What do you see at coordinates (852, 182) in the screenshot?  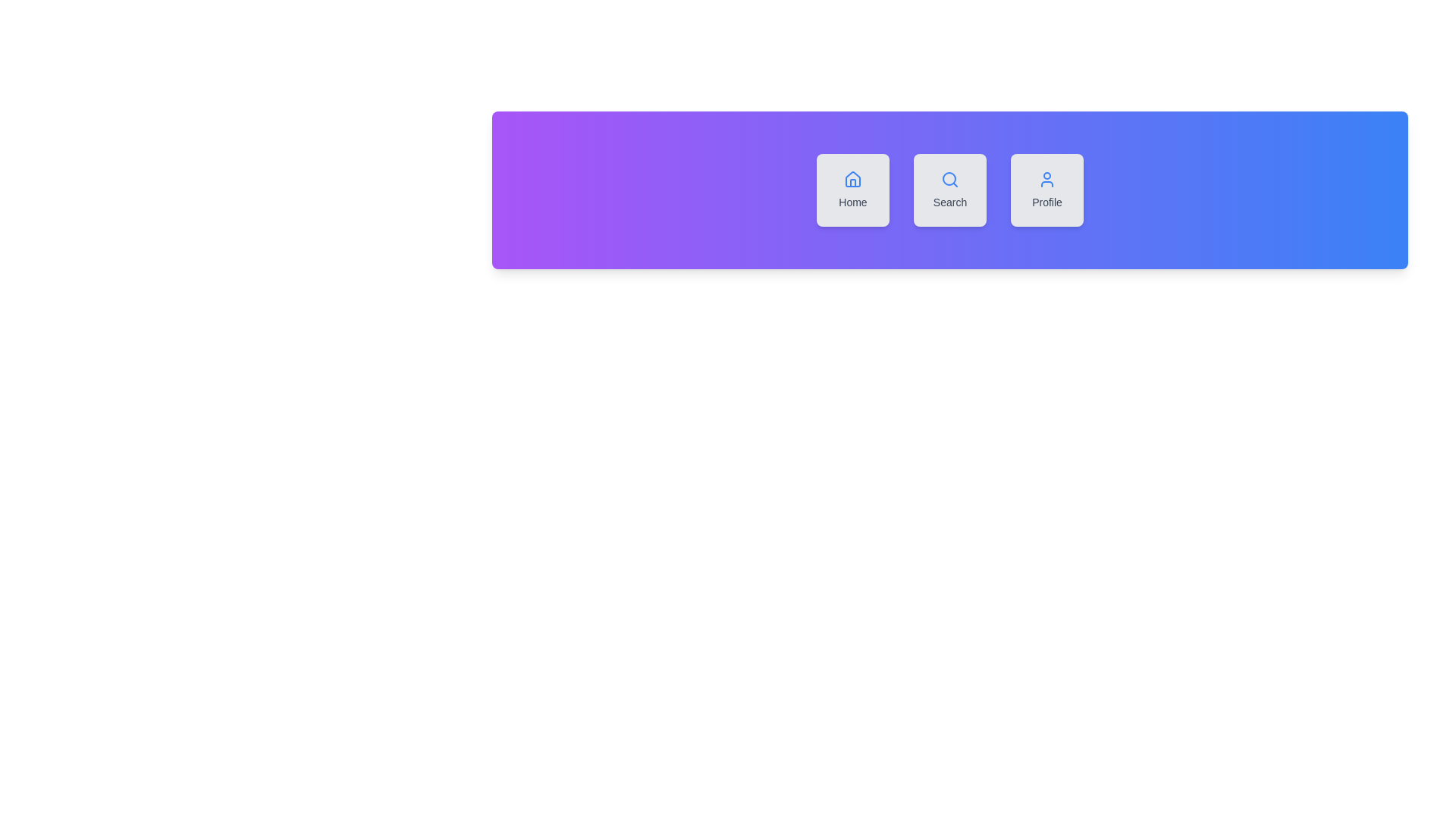 I see `the decorative door icon within the 'Home' icon in the navigation bar when tabbing through` at bounding box center [852, 182].